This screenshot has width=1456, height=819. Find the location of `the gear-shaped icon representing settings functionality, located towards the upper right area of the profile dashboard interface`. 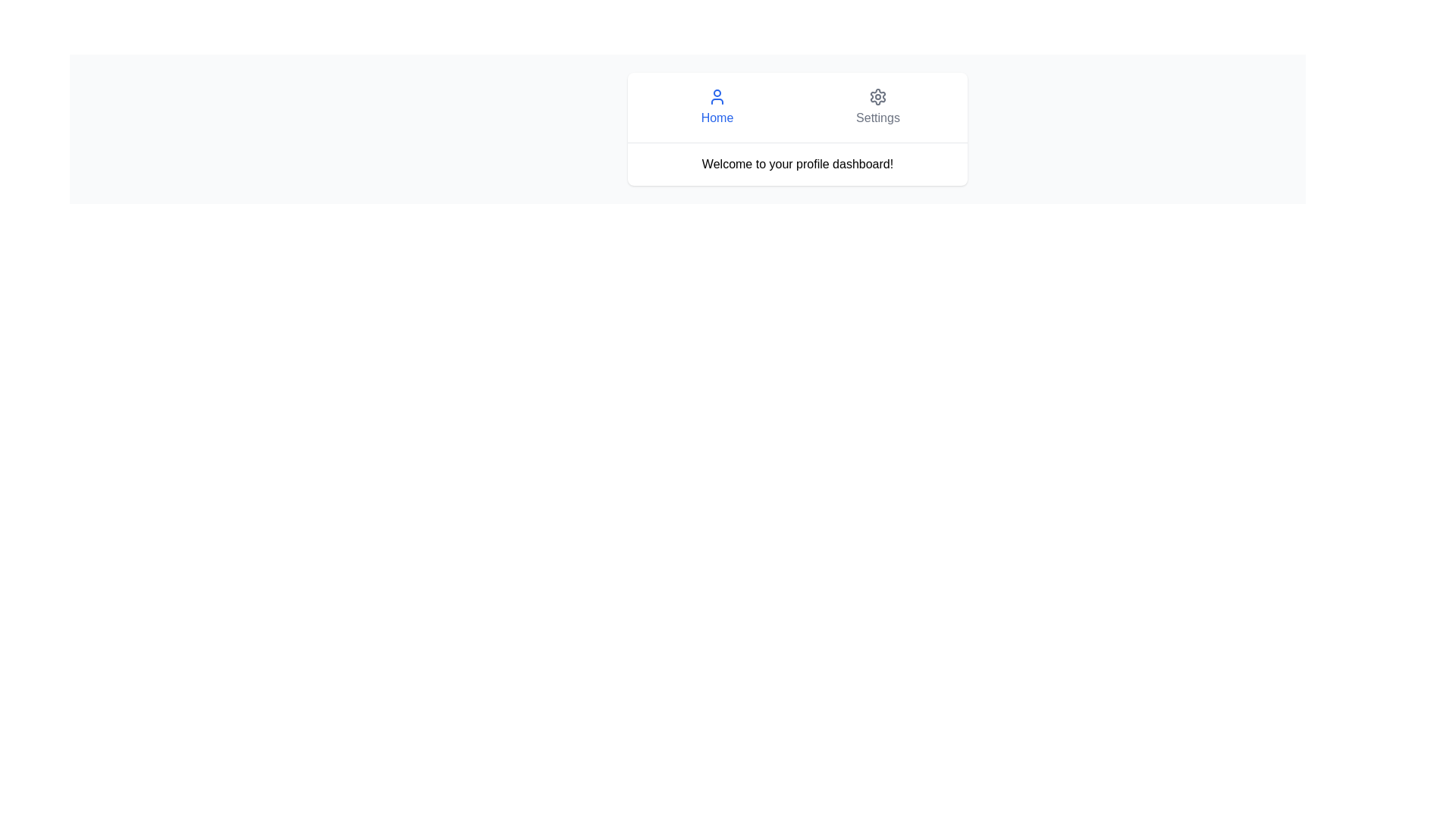

the gear-shaped icon representing settings functionality, located towards the upper right area of the profile dashboard interface is located at coordinates (877, 96).